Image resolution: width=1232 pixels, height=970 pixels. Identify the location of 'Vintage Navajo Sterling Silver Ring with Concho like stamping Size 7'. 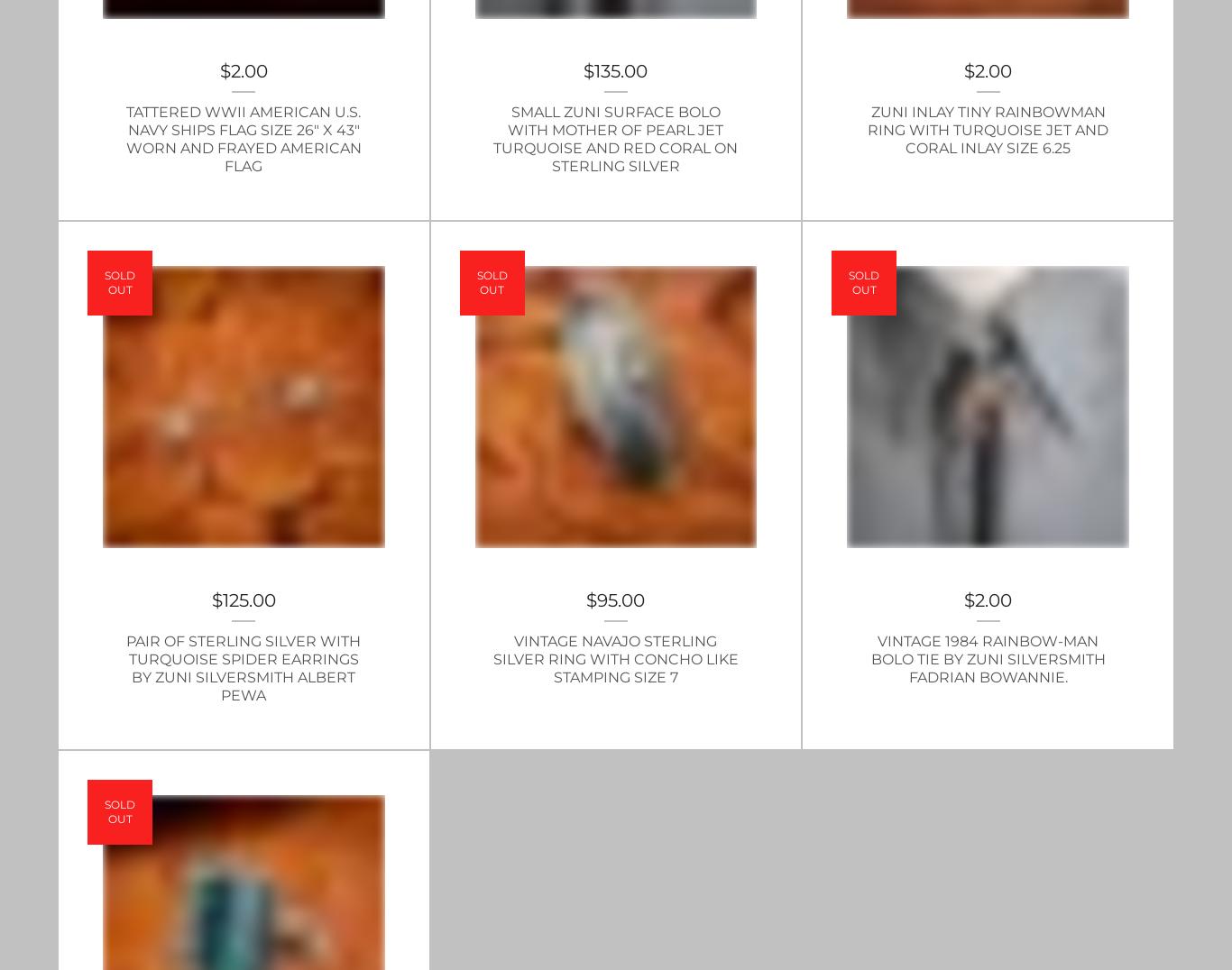
(614, 657).